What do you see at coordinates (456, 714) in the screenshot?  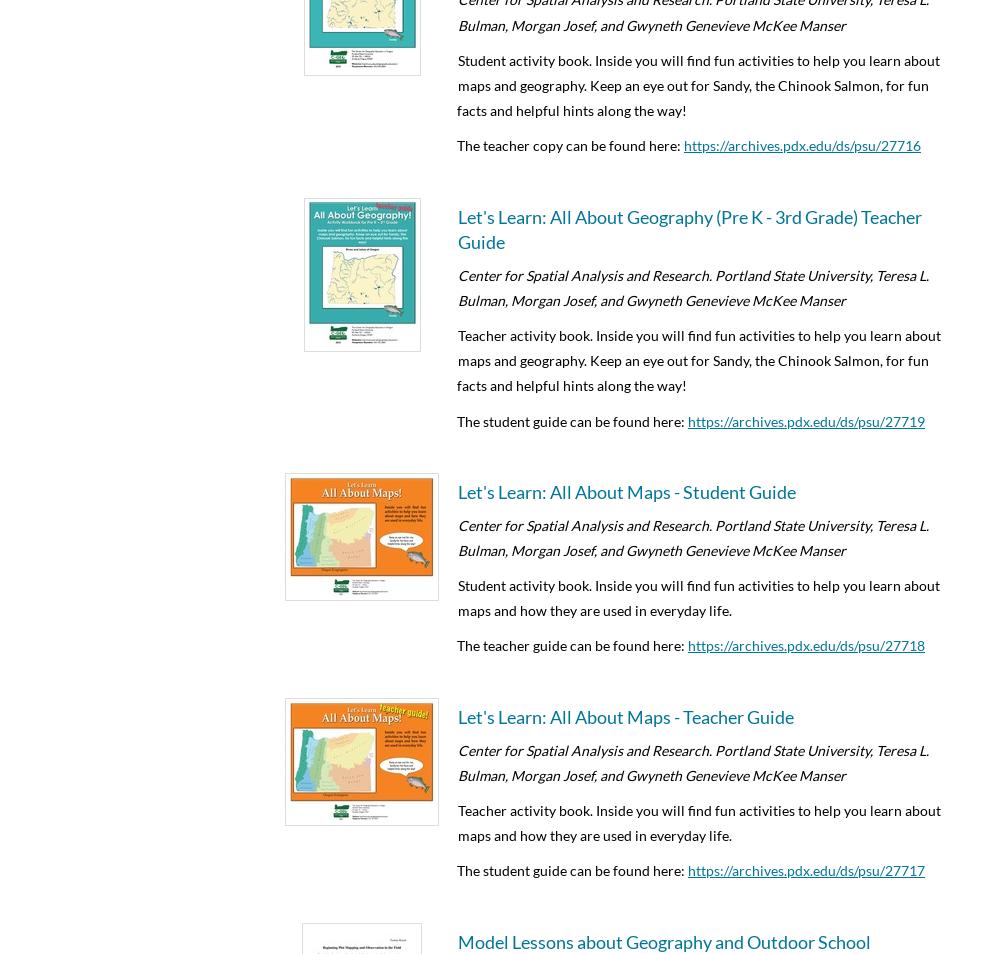 I see `'Let's Learn: All About Maps - Teacher Guide'` at bounding box center [456, 714].